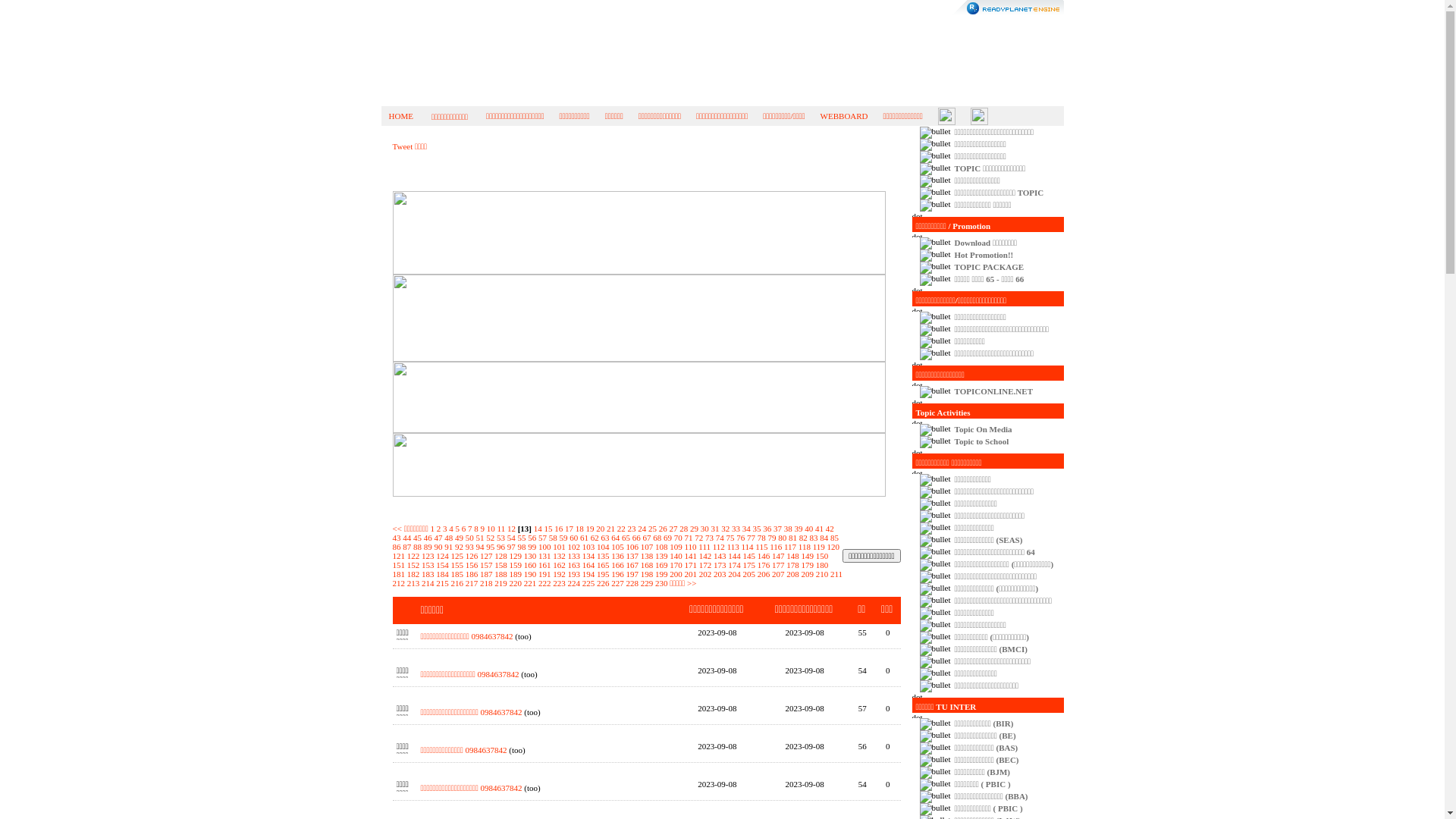 This screenshot has width=1456, height=819. What do you see at coordinates (751, 537) in the screenshot?
I see `'77'` at bounding box center [751, 537].